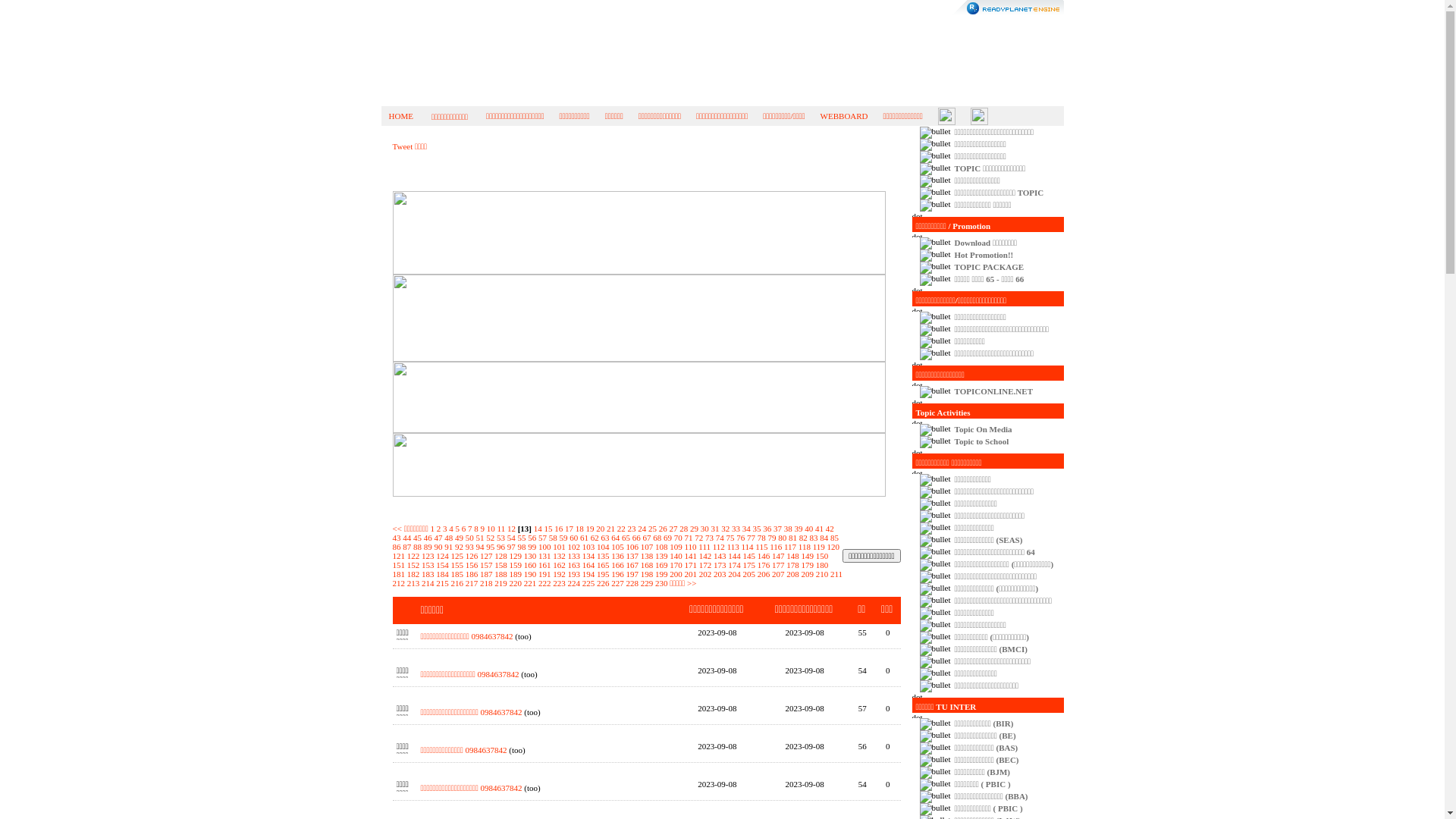 This screenshot has width=1456, height=819. What do you see at coordinates (751, 537) in the screenshot?
I see `'77'` at bounding box center [751, 537].